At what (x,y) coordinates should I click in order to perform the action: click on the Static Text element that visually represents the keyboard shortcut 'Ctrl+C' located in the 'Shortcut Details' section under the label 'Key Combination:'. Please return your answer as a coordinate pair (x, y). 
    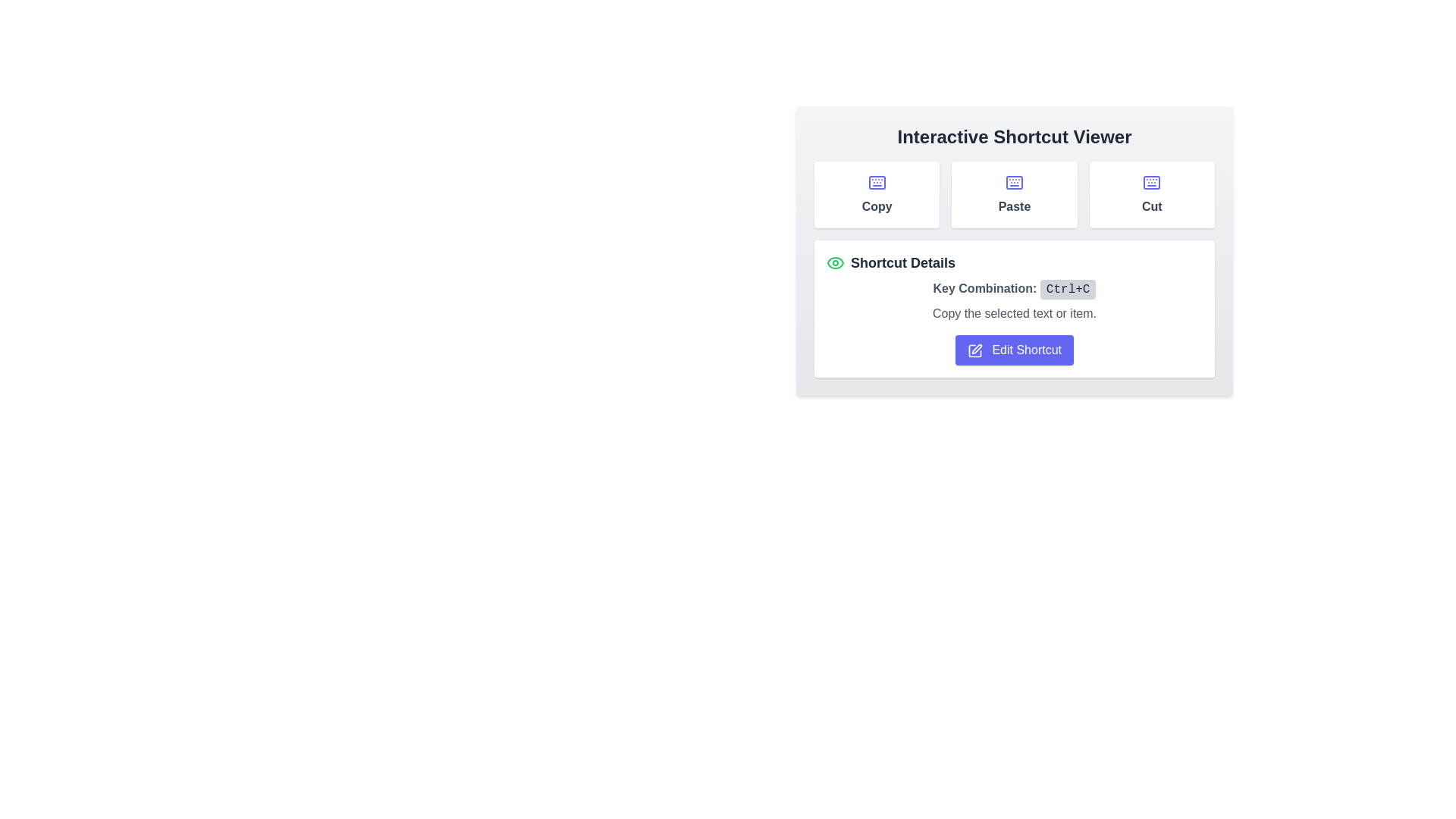
    Looking at the image, I should click on (1067, 289).